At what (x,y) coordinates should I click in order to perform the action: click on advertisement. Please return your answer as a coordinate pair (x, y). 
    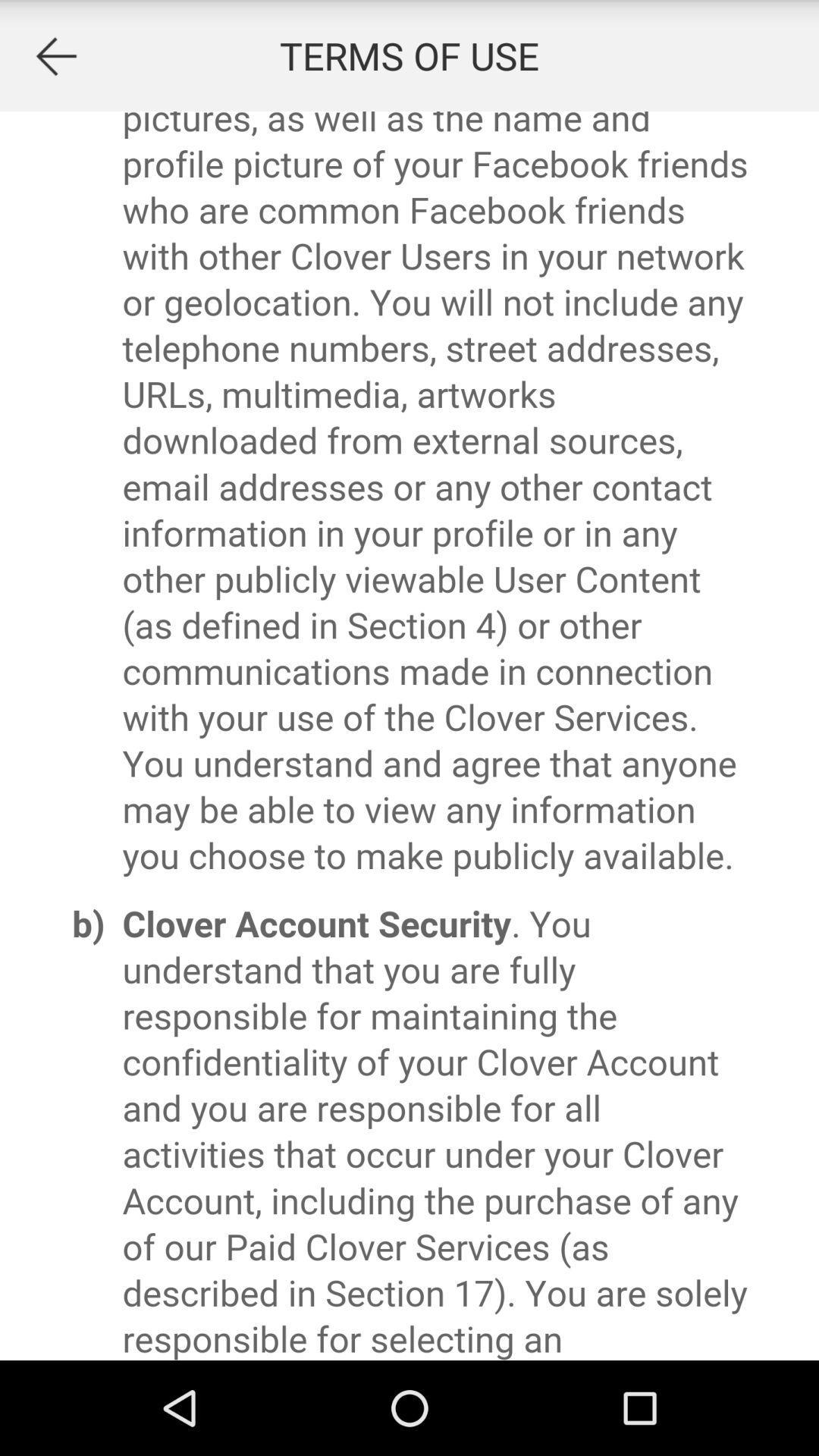
    Looking at the image, I should click on (55, 55).